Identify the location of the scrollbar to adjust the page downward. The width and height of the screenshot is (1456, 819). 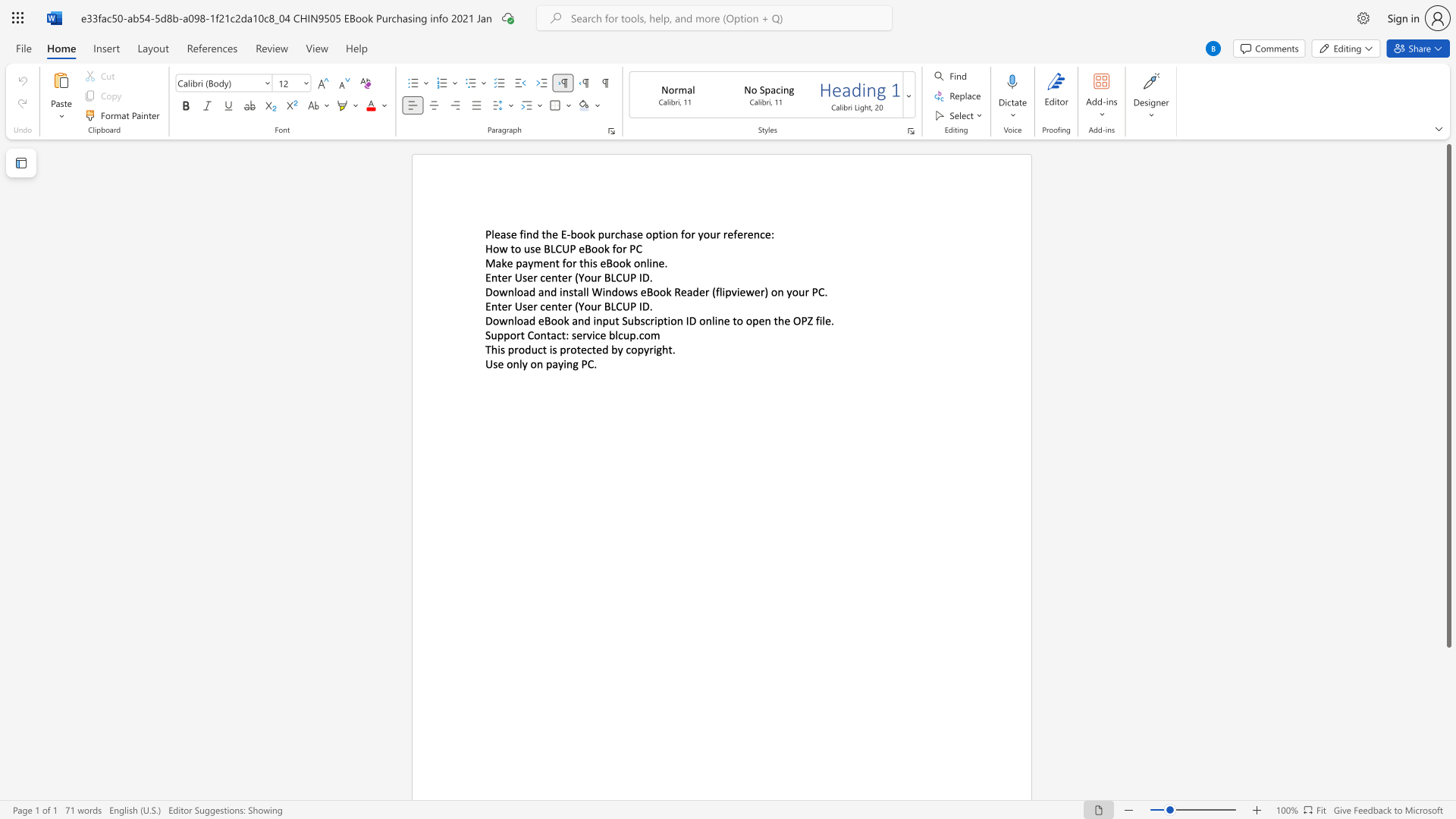
(1448, 766).